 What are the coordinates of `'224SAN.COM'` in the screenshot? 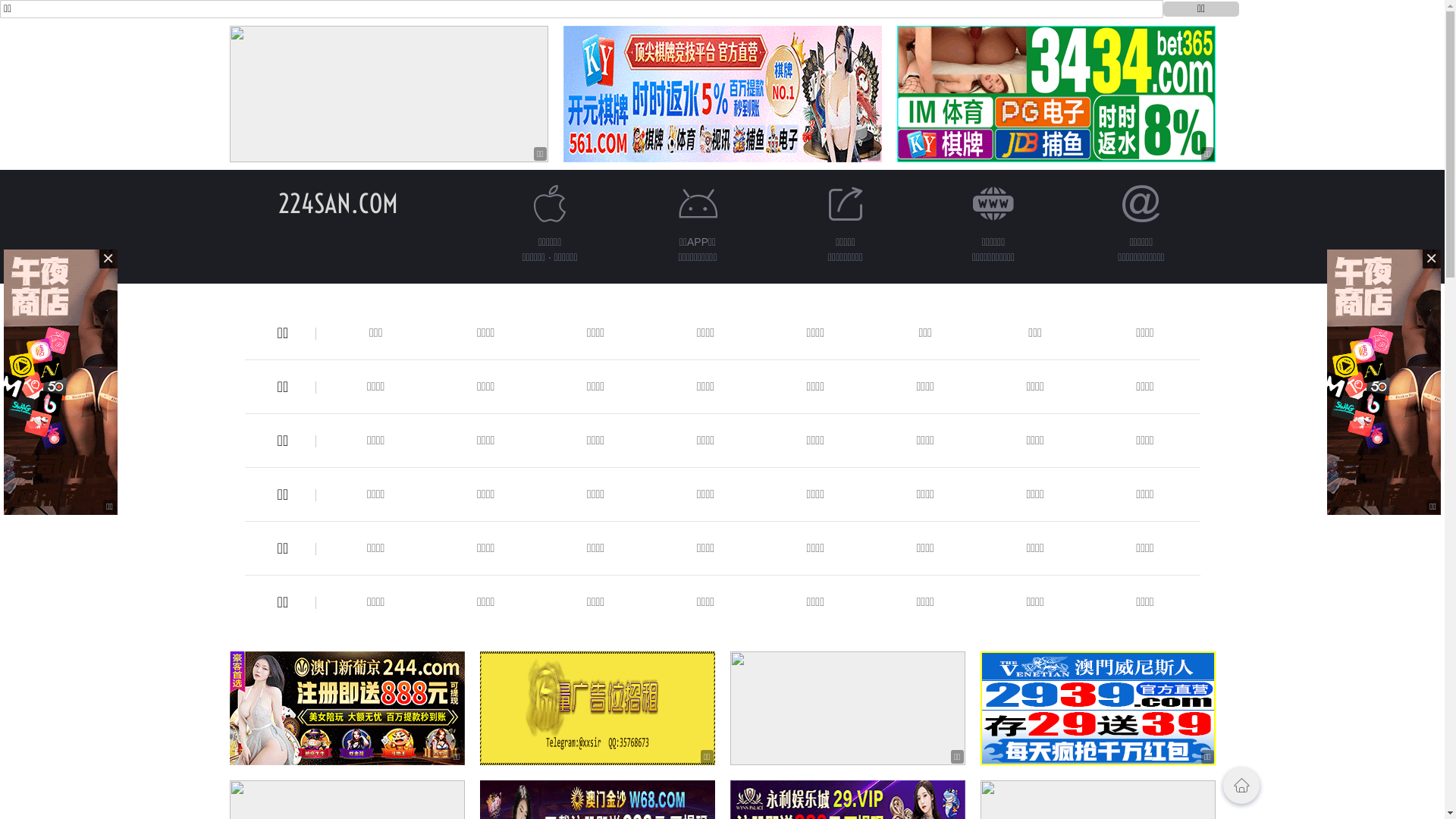 It's located at (337, 202).